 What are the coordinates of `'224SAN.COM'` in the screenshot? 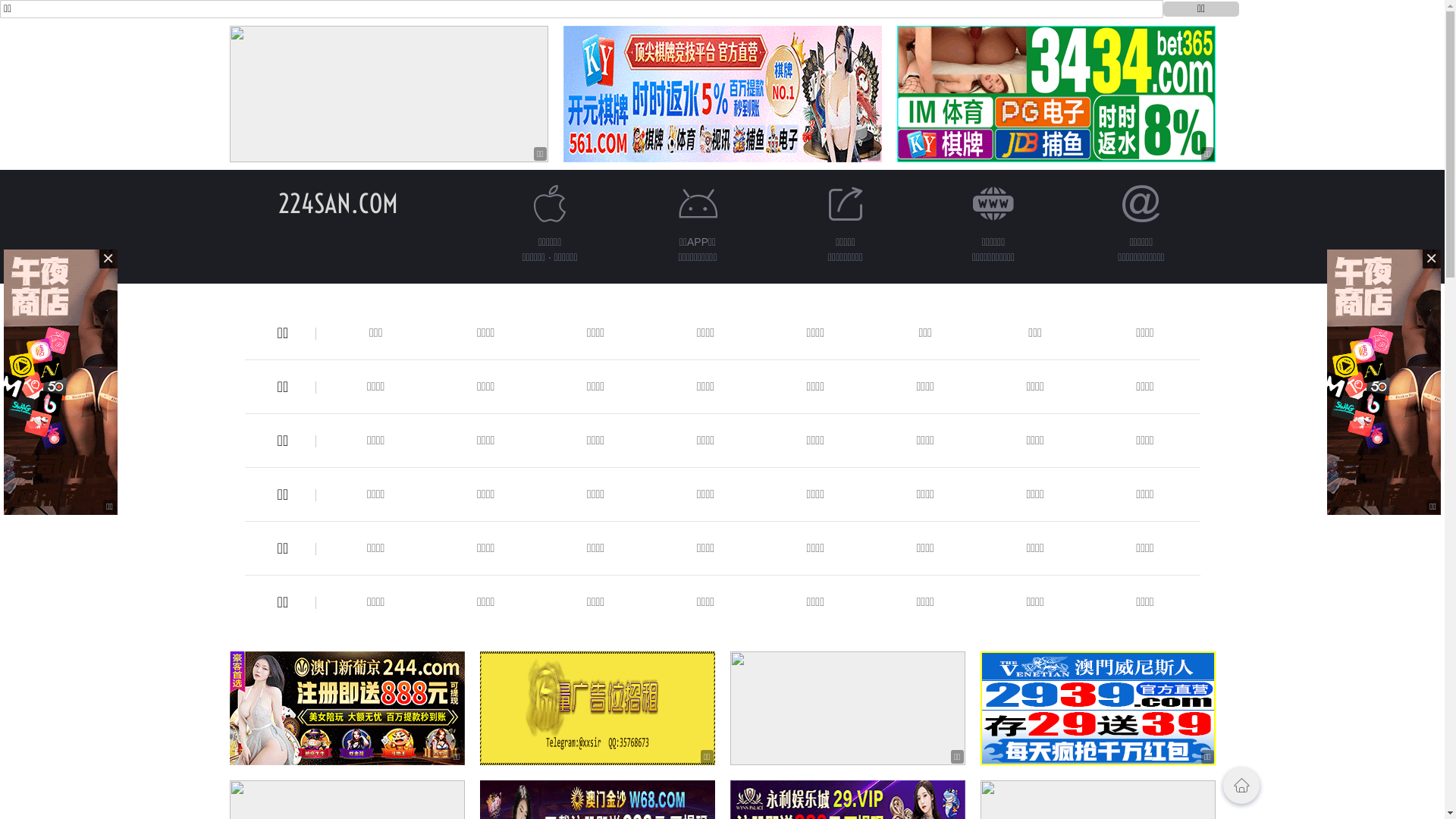 It's located at (337, 202).